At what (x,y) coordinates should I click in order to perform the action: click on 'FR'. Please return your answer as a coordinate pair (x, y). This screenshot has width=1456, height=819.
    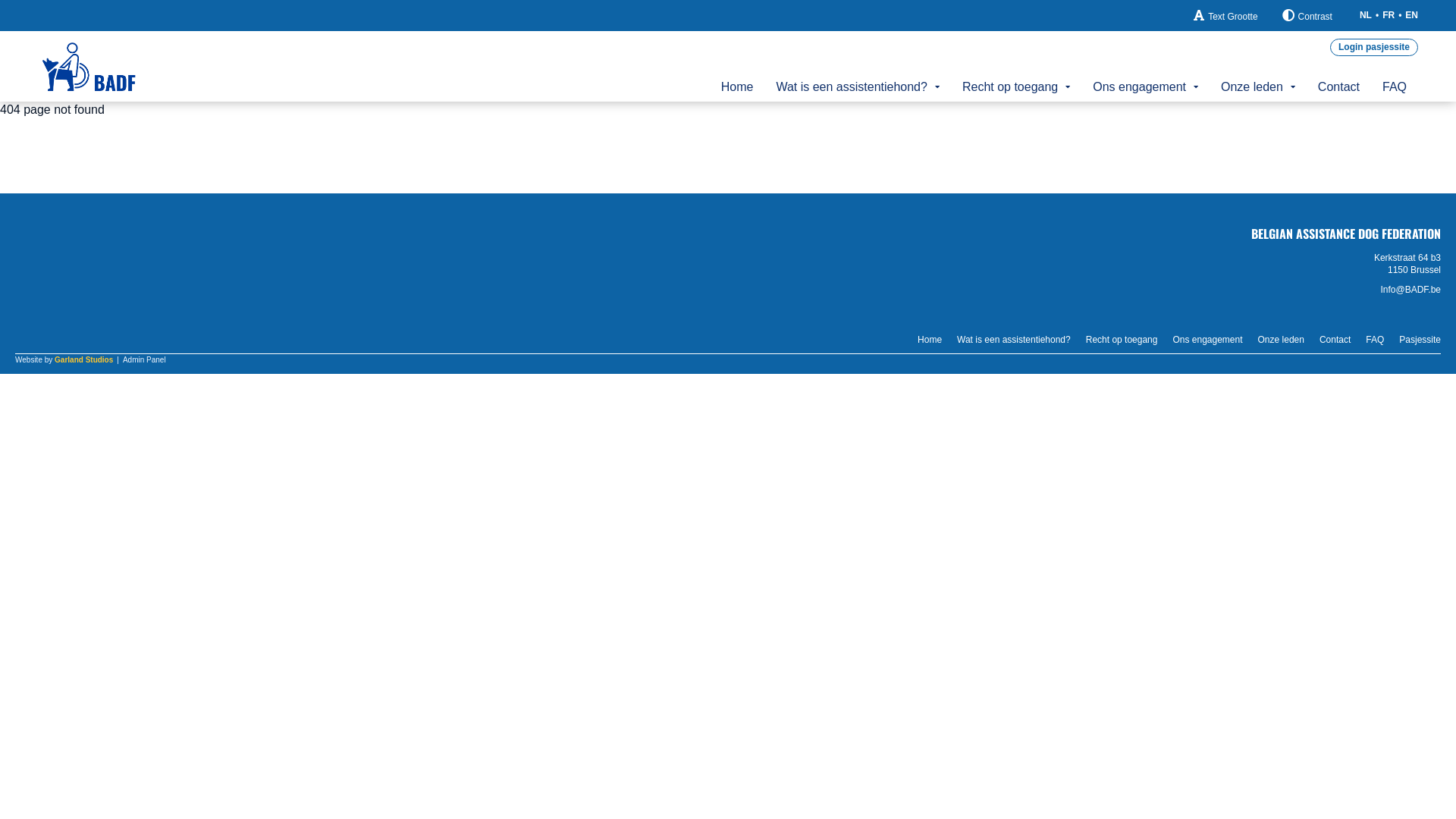
    Looking at the image, I should click on (1388, 14).